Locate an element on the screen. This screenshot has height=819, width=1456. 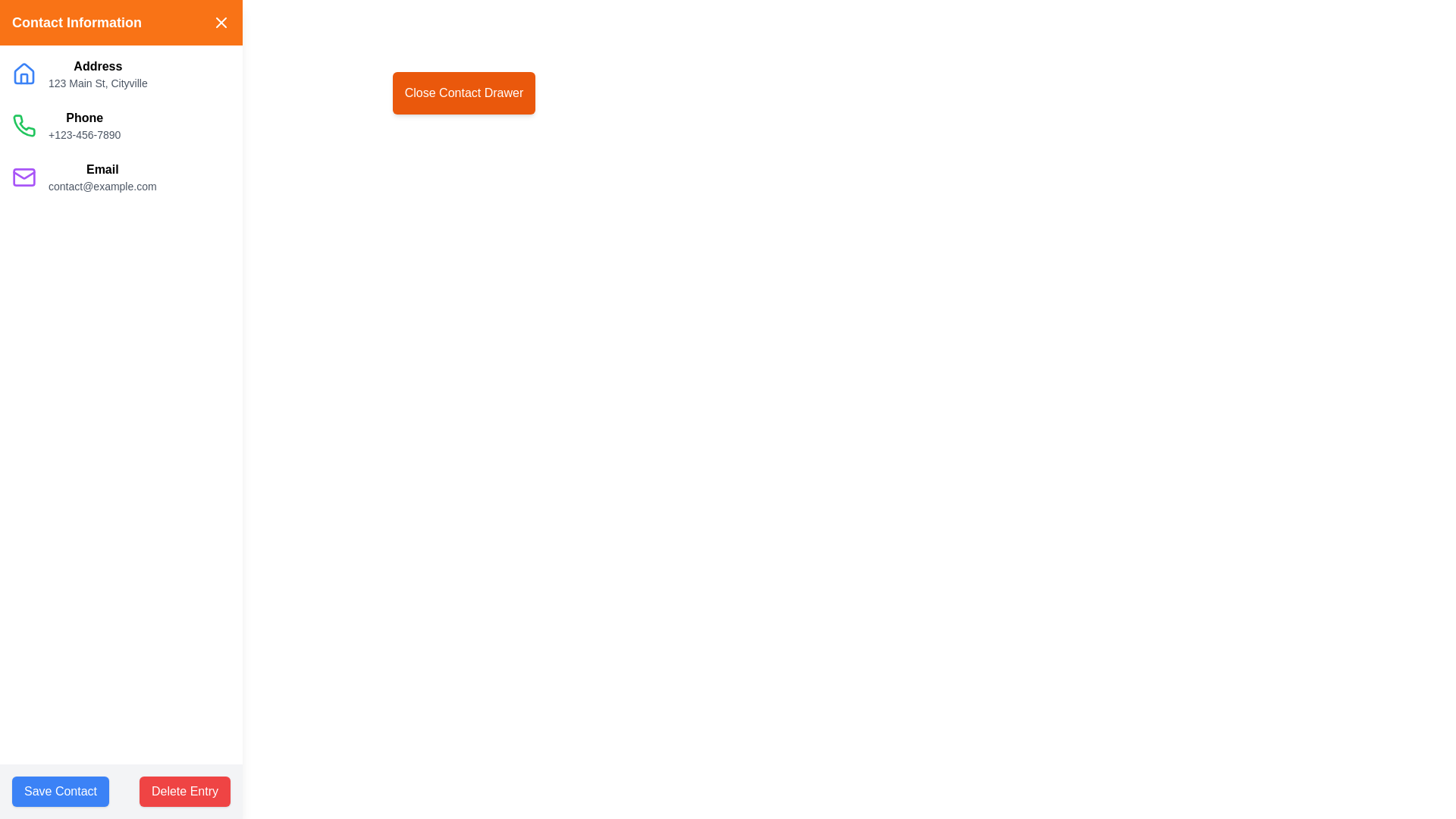
the text label that serves as a heading for the address details, located above the phone and email sections in the contact details list is located at coordinates (97, 66).